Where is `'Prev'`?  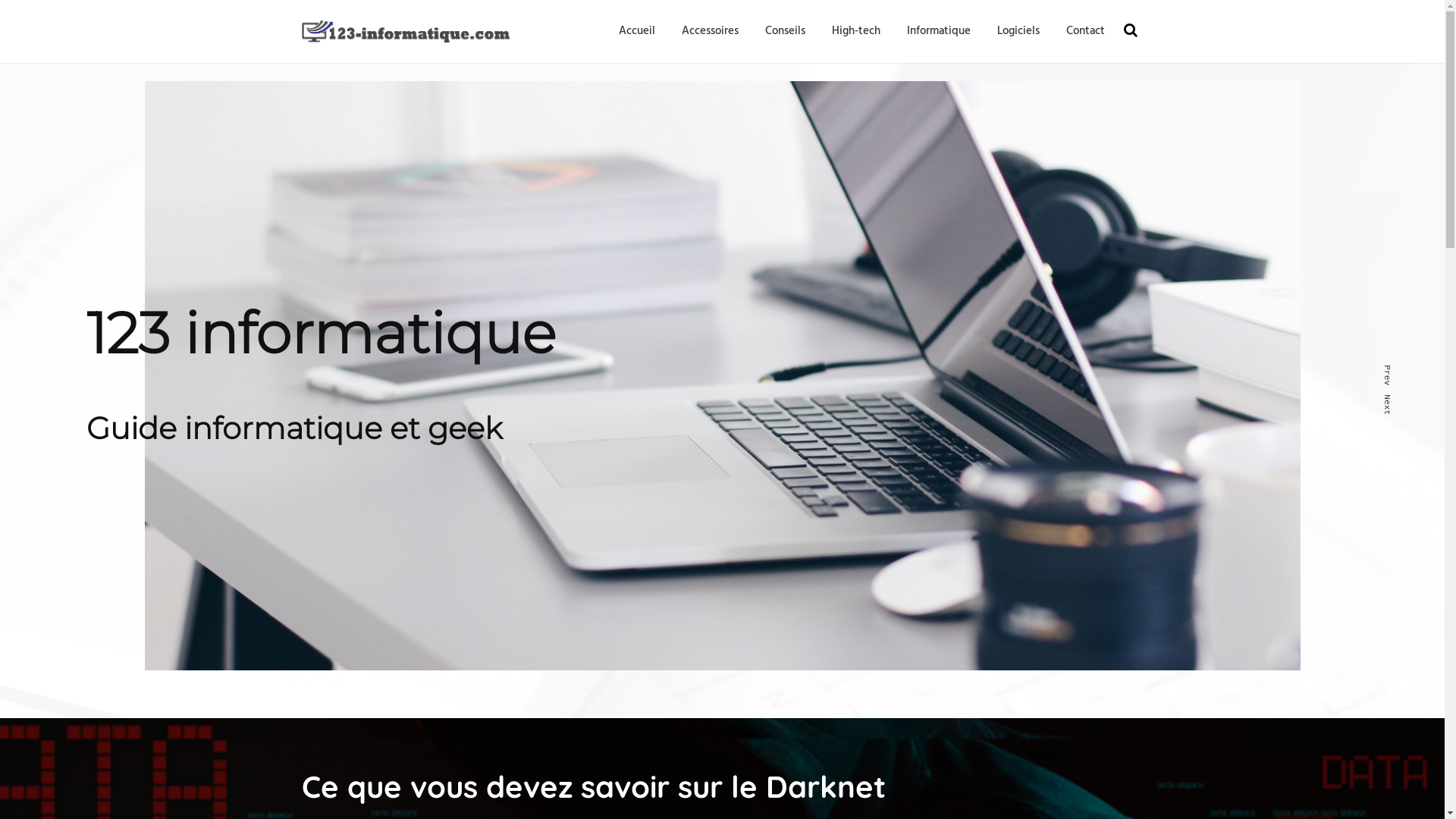 'Prev' is located at coordinates (1392, 369).